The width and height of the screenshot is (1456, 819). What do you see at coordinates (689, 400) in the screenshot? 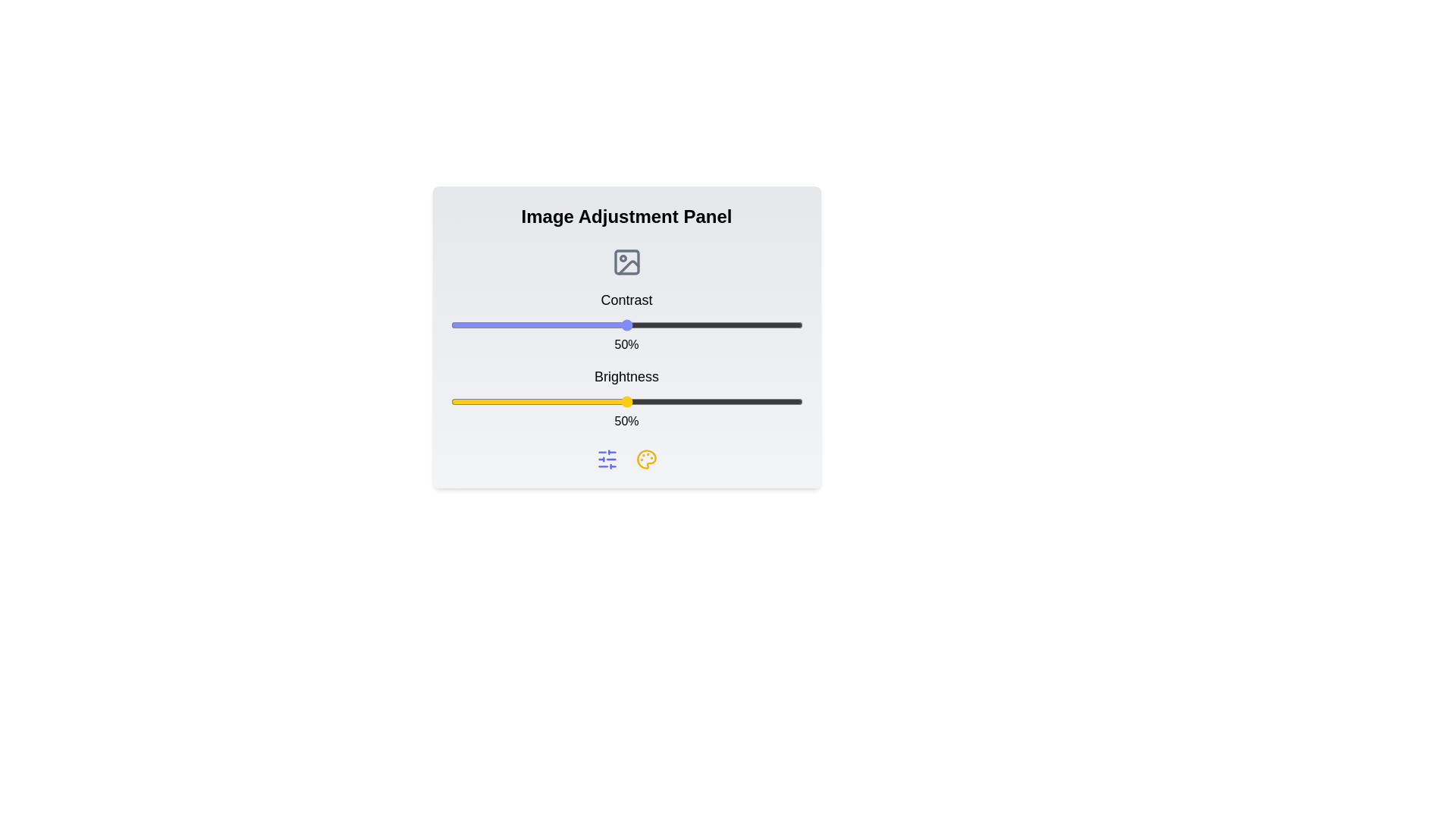
I see `the brightness slider to 68%` at bounding box center [689, 400].